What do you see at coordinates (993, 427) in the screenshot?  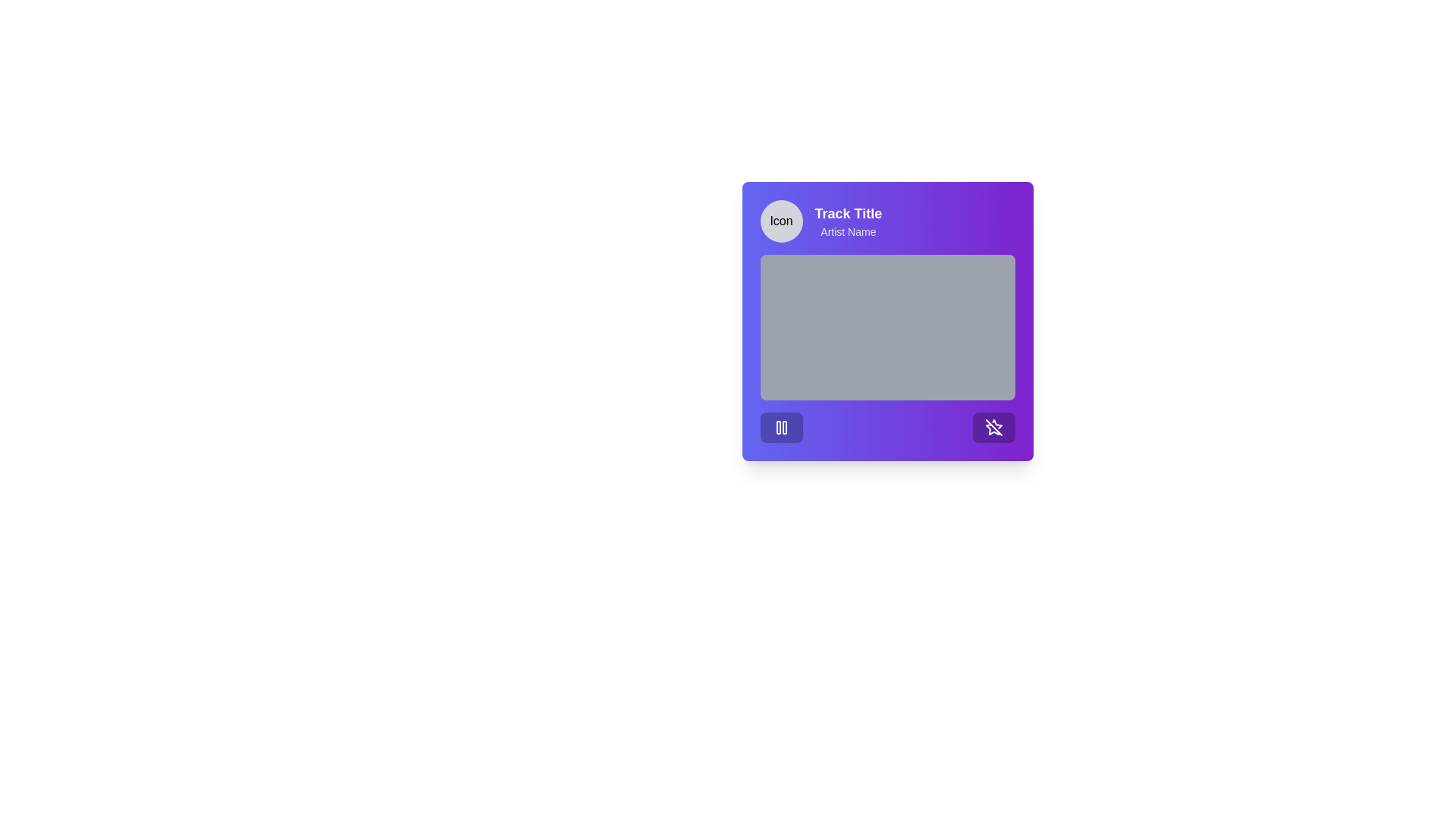 I see `the rectangular button with a dark background featuring a crossed-out star symbol` at bounding box center [993, 427].